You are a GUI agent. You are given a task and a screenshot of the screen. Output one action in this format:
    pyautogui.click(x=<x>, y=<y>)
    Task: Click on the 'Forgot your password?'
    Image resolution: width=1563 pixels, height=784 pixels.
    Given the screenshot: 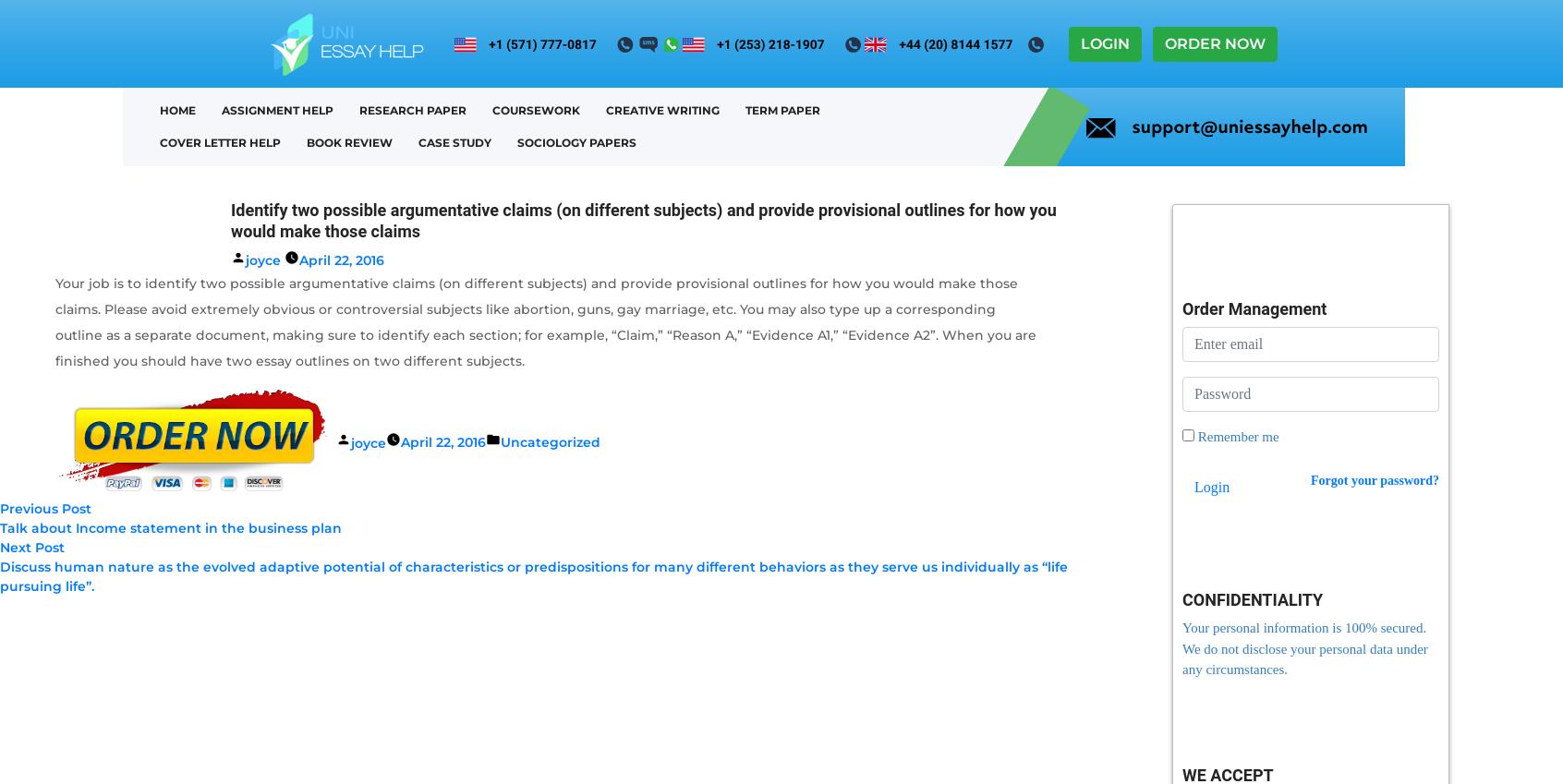 What is the action you would take?
    pyautogui.click(x=1375, y=478)
    